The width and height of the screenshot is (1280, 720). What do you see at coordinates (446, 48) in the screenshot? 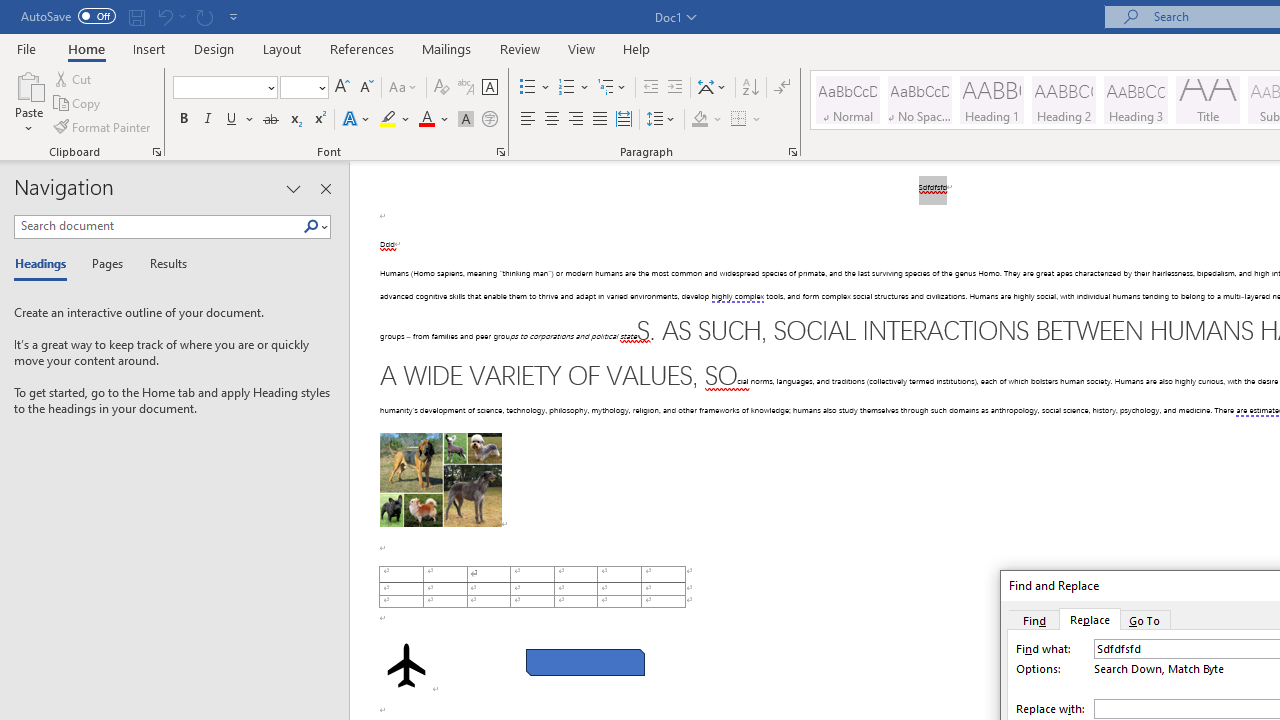
I see `'Mailings'` at bounding box center [446, 48].